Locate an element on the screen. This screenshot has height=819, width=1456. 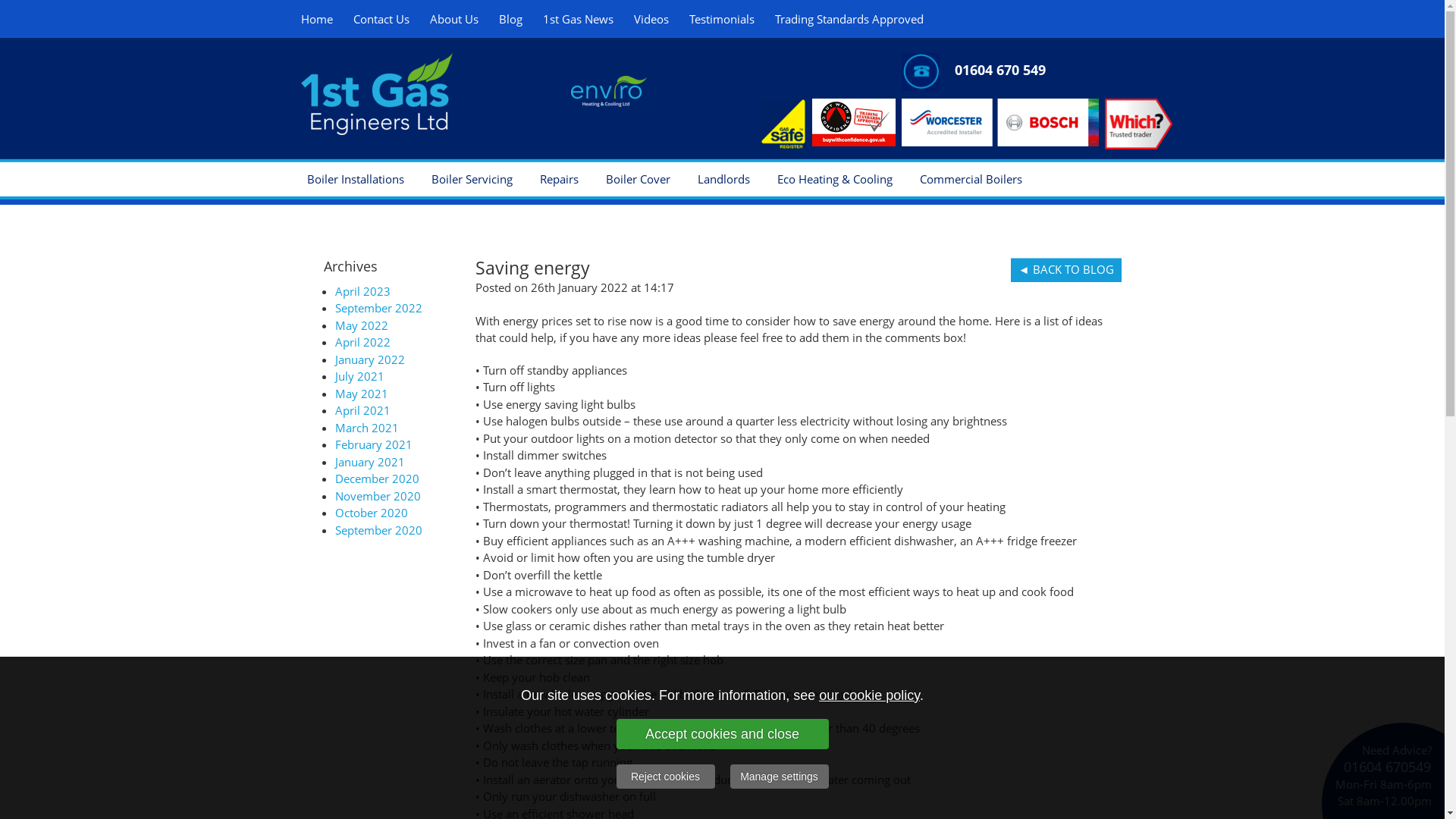
'Testimonials' is located at coordinates (720, 18).